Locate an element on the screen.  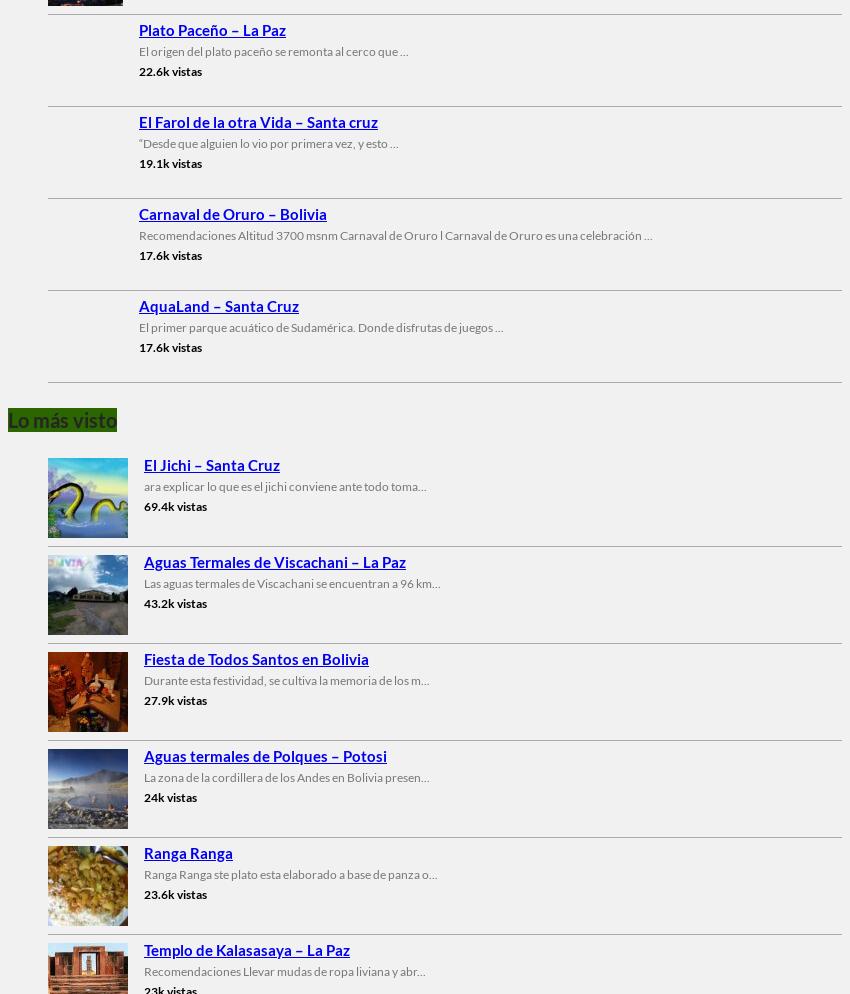
'El origen del plato paceño se remonta al cerco que ...' is located at coordinates (273, 49).